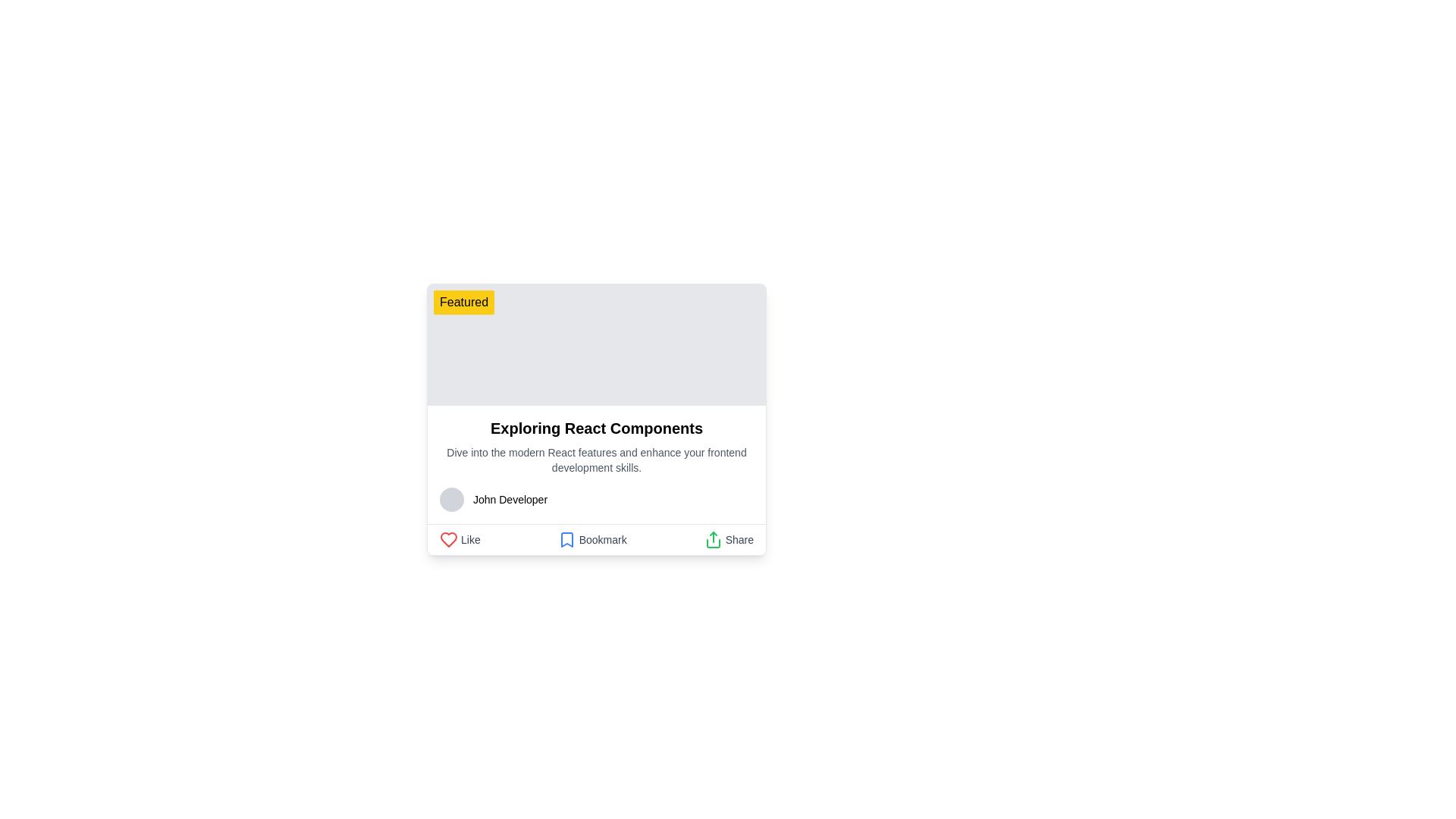 This screenshot has height=819, width=1456. I want to click on the headline text element located at the beginning of its section, so click(596, 428).